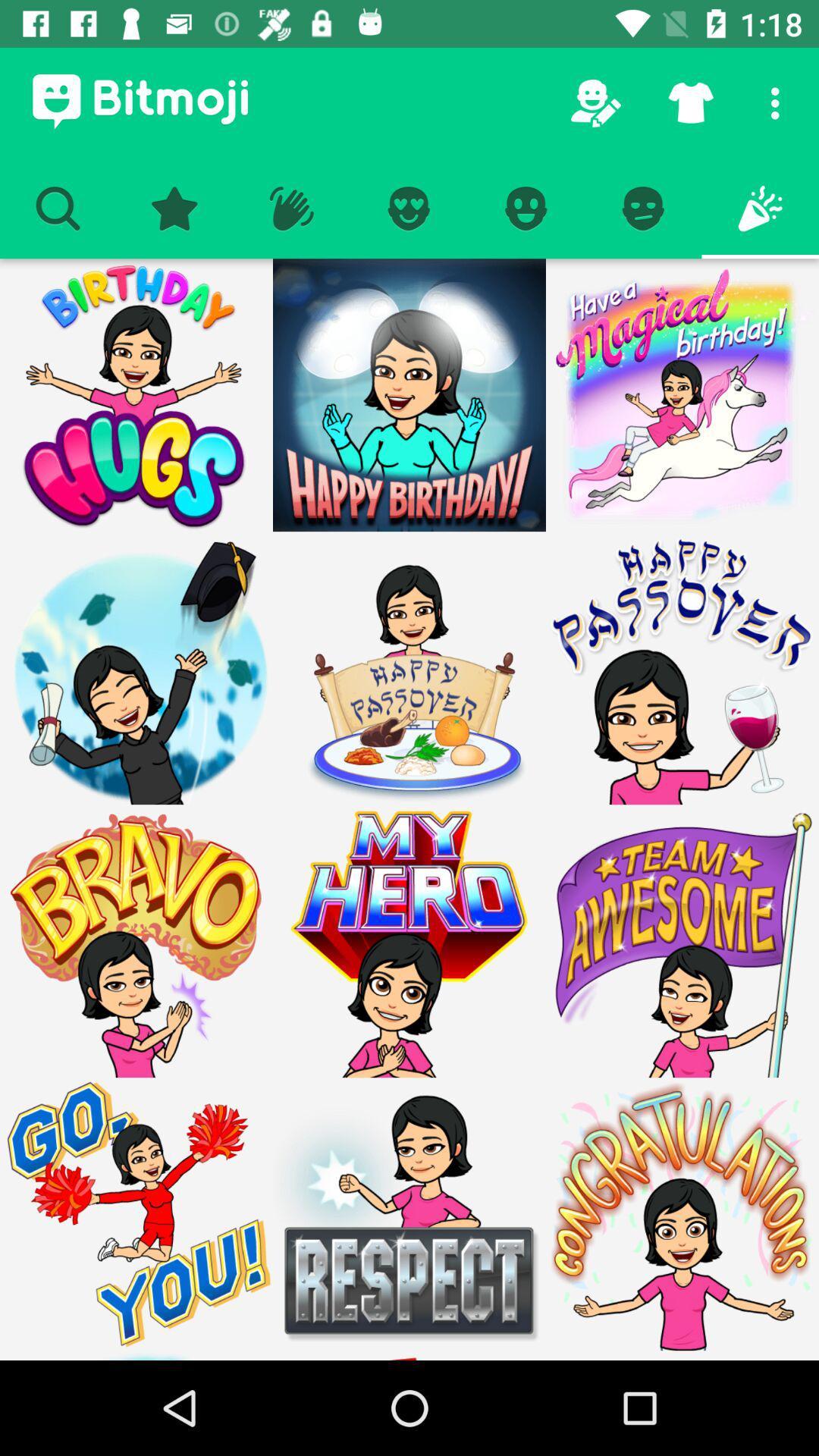  Describe the element at coordinates (409, 1214) in the screenshot. I see `image` at that location.